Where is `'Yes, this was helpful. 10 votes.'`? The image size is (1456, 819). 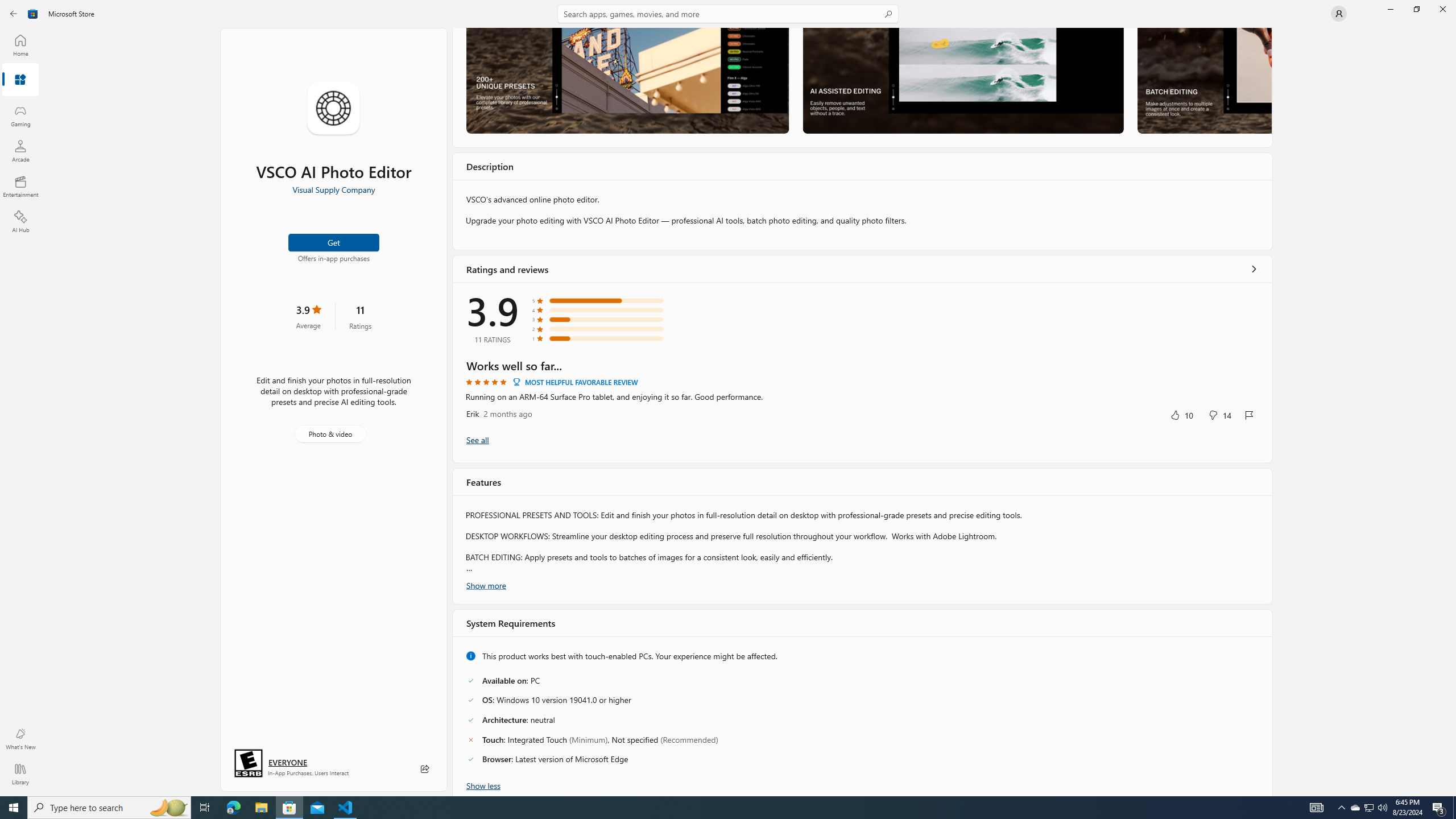
'Yes, this was helpful. 10 votes.' is located at coordinates (1181, 414).